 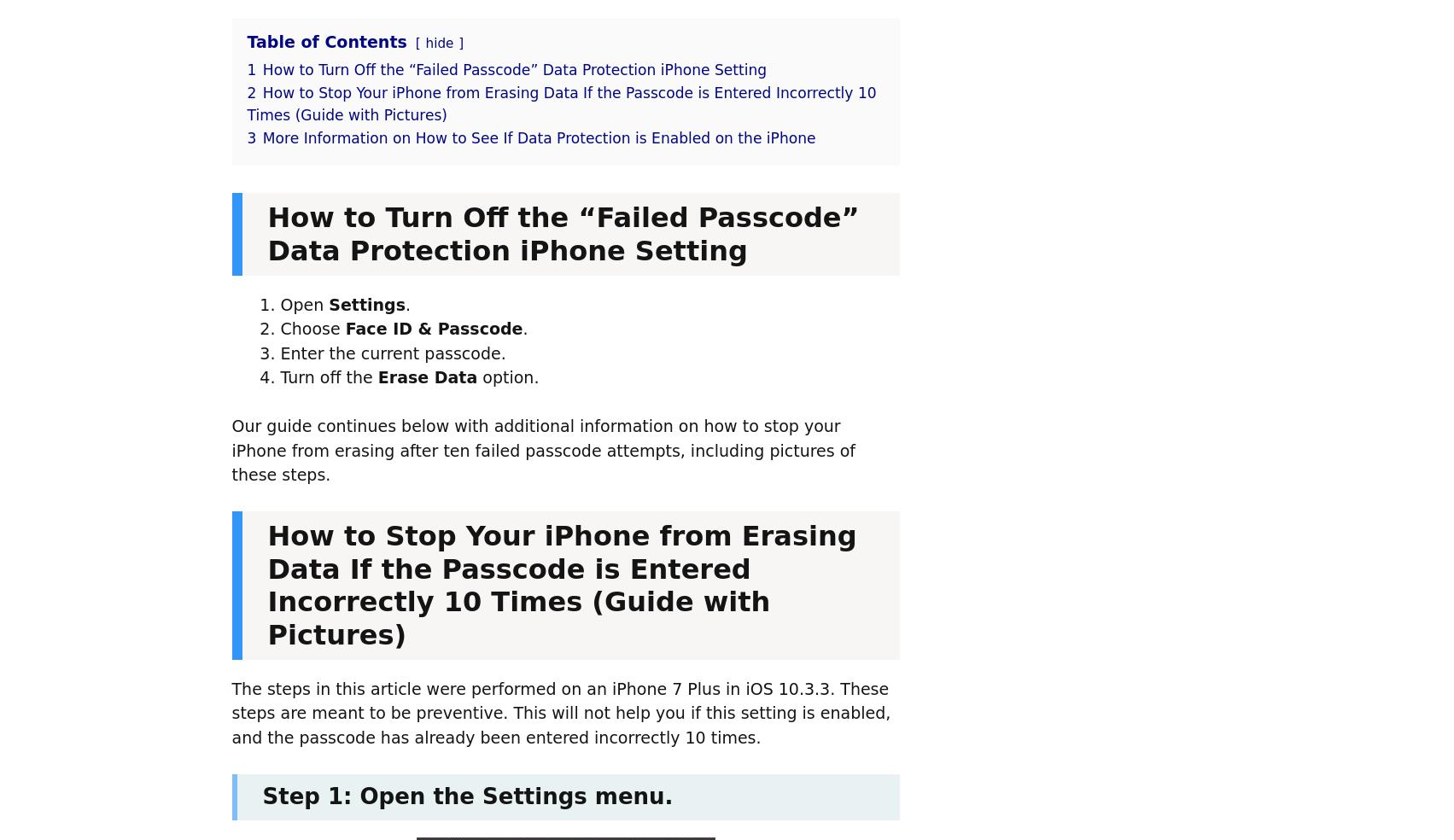 What do you see at coordinates (304, 303) in the screenshot?
I see `'Open'` at bounding box center [304, 303].